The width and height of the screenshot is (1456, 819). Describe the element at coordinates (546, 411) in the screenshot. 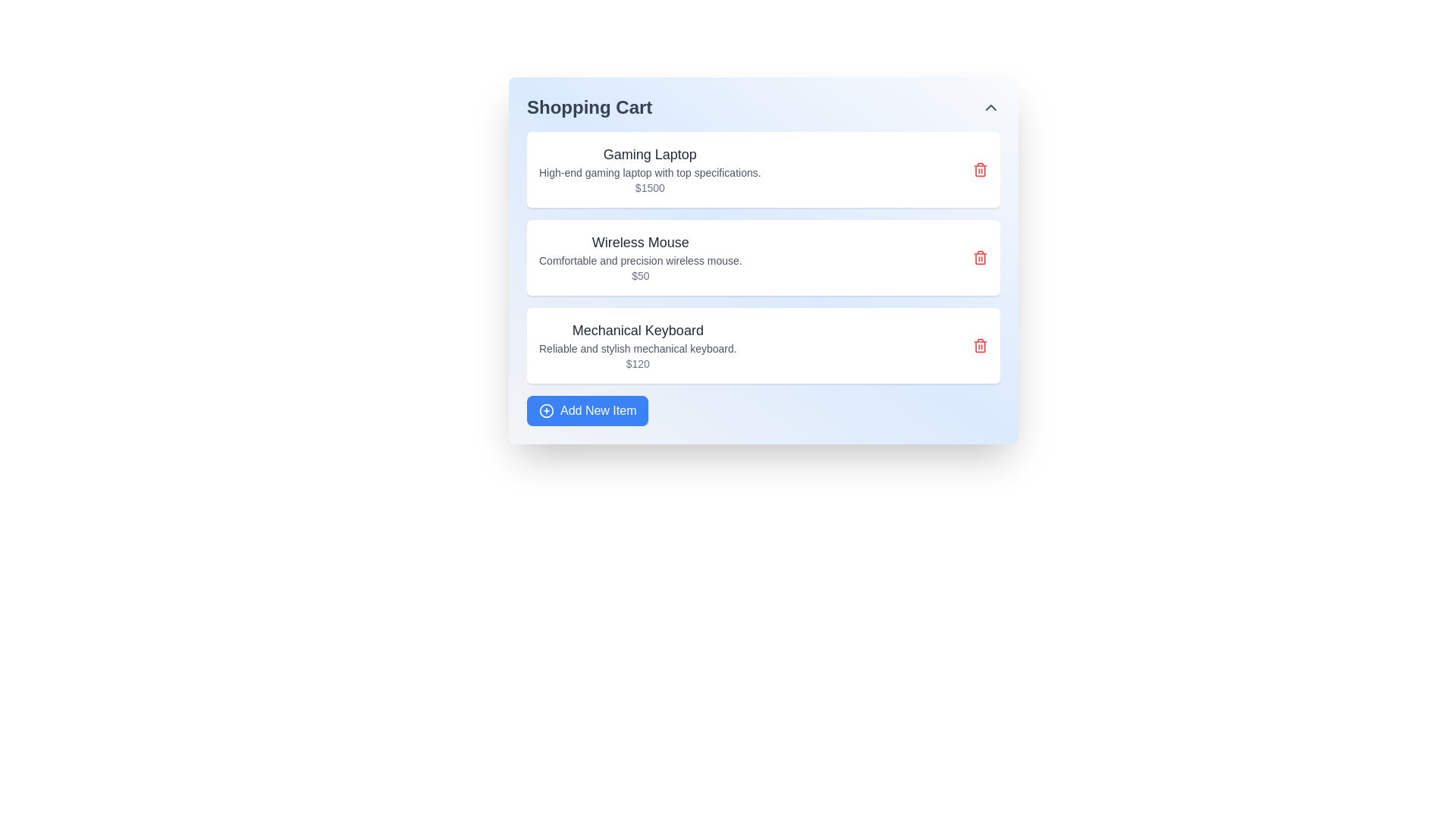

I see `the circular icon with a plus sign, styled as an outline and located within the 'Add New Item' button at the bottom-left corner of the shopping cart interface` at that location.